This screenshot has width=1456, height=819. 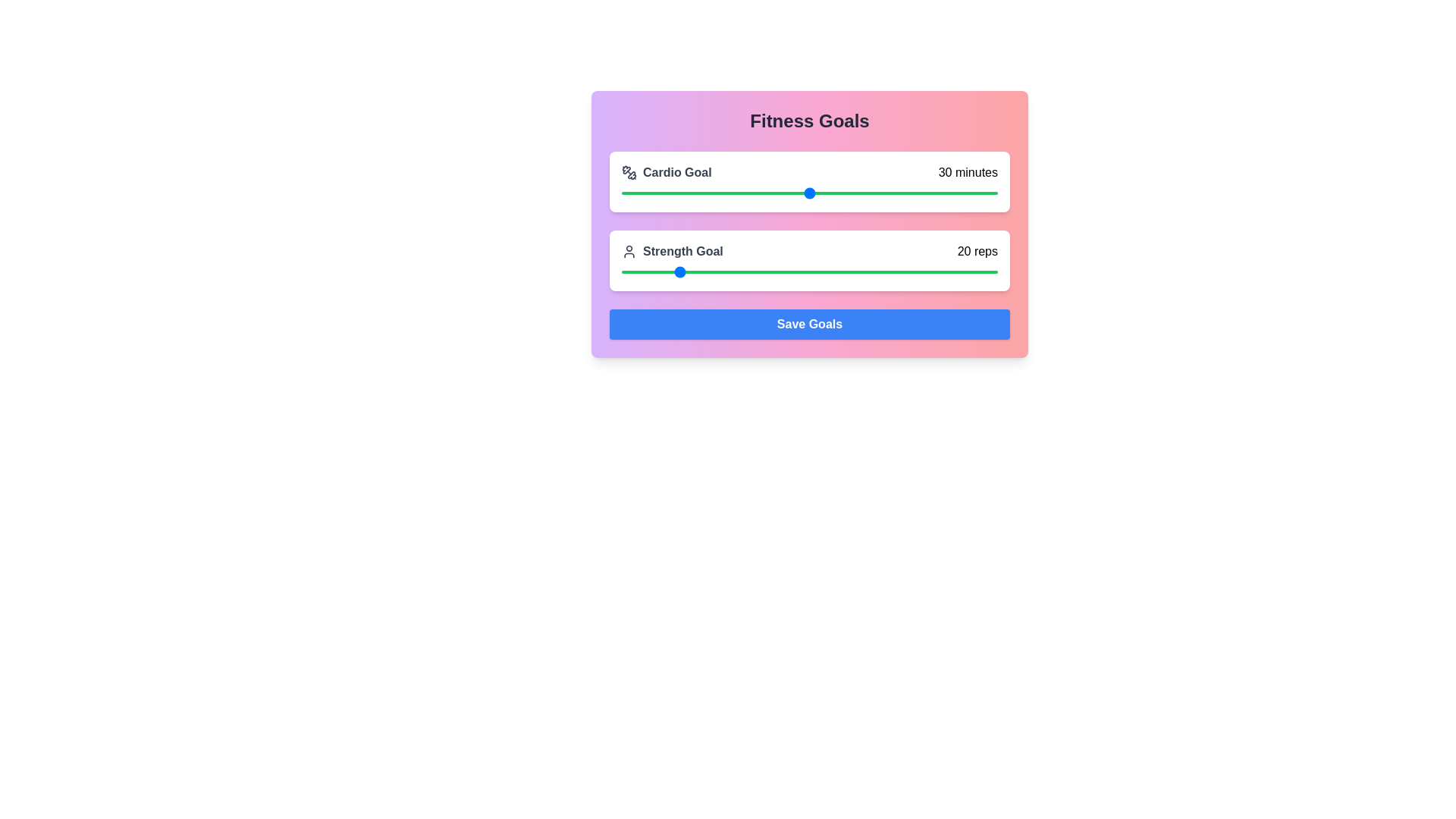 I want to click on the cardio goal, so click(x=972, y=192).